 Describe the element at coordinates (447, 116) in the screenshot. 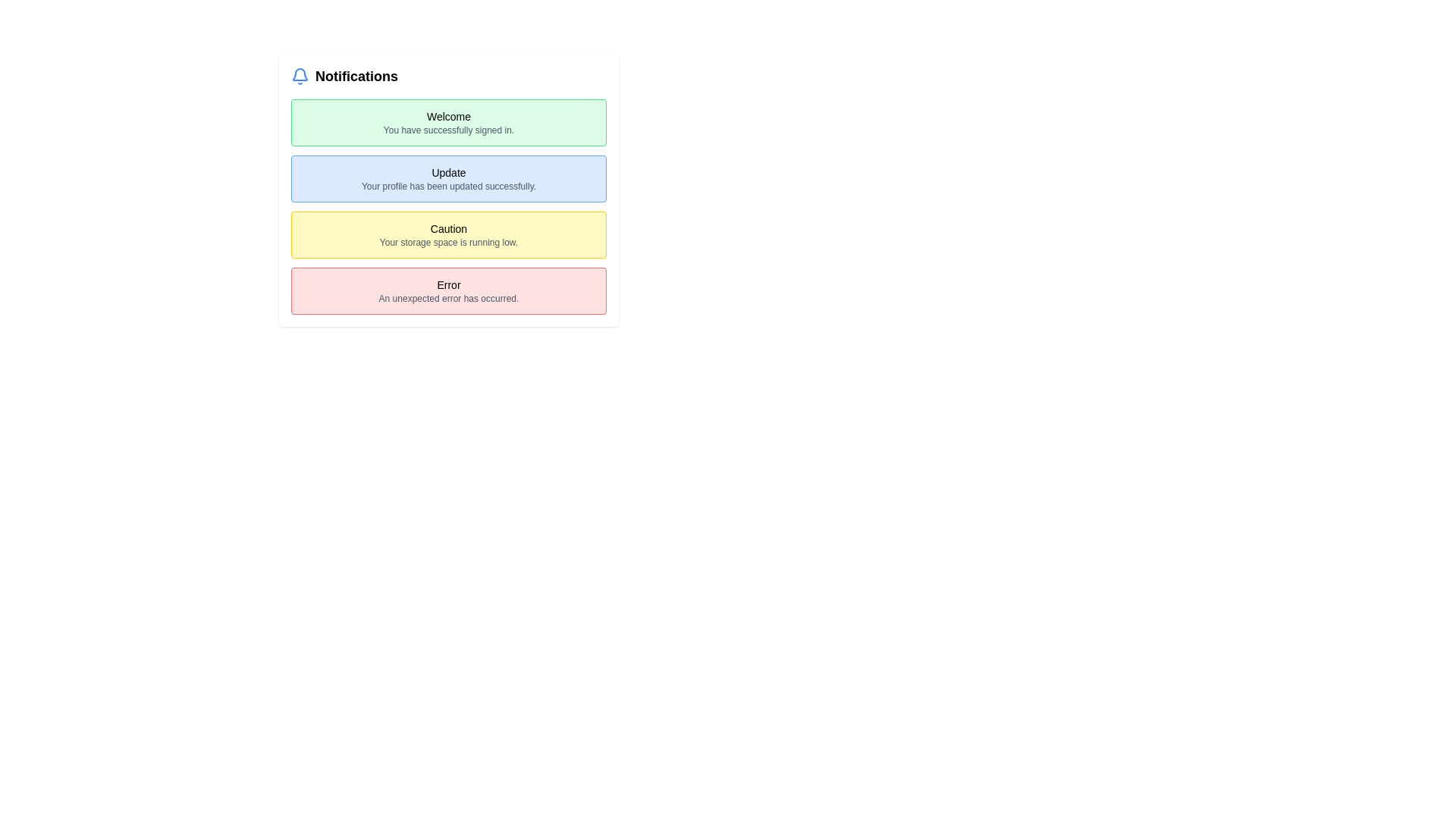

I see `text from the Text Label displaying 'Welcome', which is located at the top of the green notification box in the notification list` at that location.